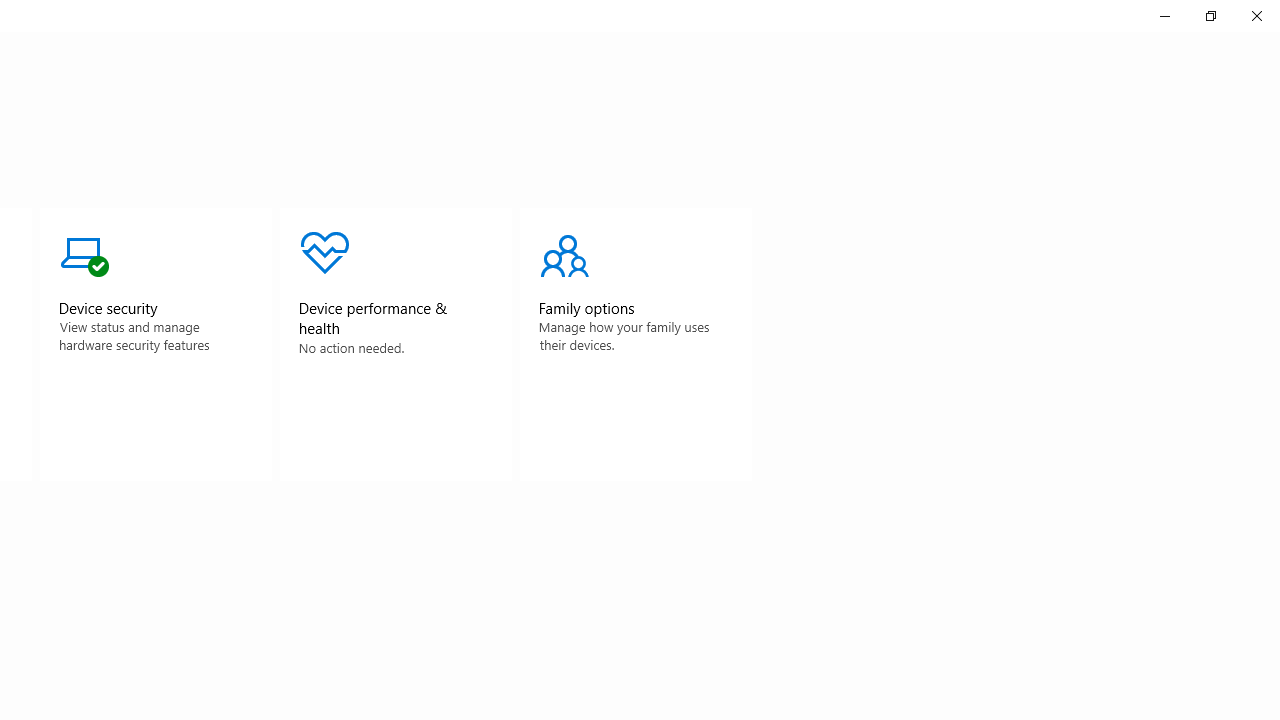 The height and width of the screenshot is (720, 1280). I want to click on 'Close Windows Security', so click(1255, 15).